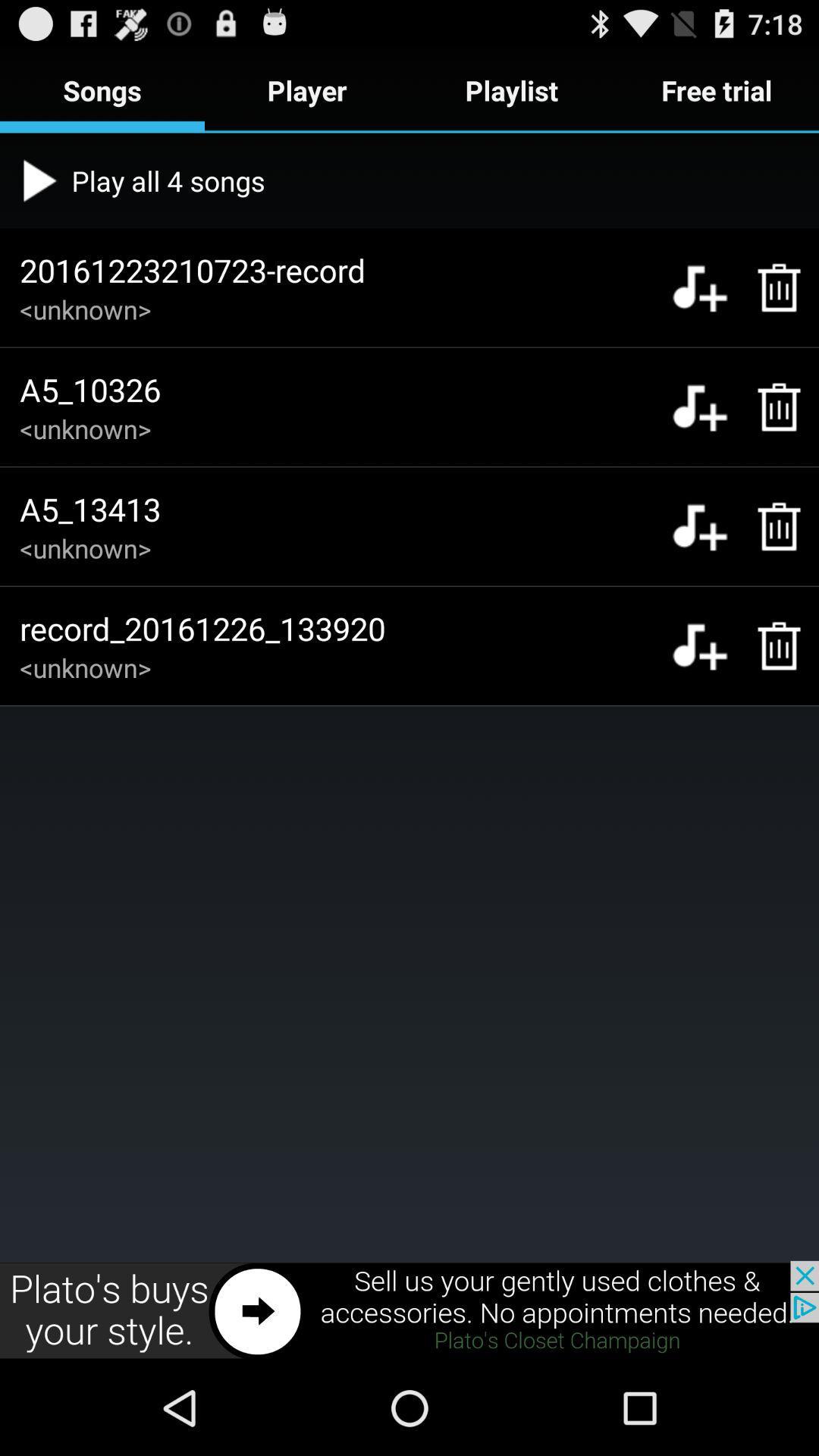  What do you see at coordinates (771, 407) in the screenshot?
I see `delete` at bounding box center [771, 407].